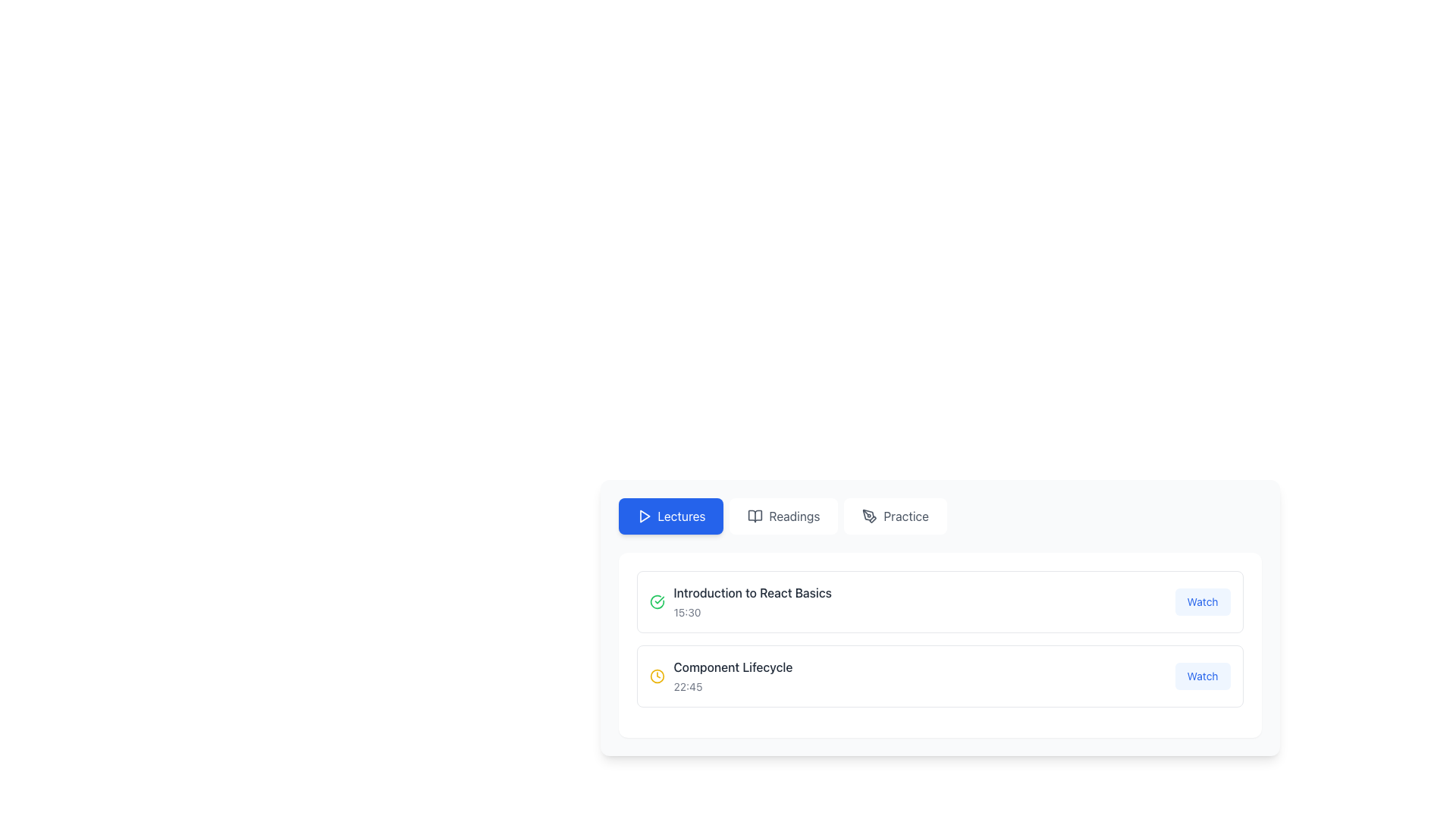  Describe the element at coordinates (740, 601) in the screenshot. I see `the informational module entry for 'Introduction to React Basics' which contains a checkbox and two text lines, the first being the title and the second showing the duration` at that location.